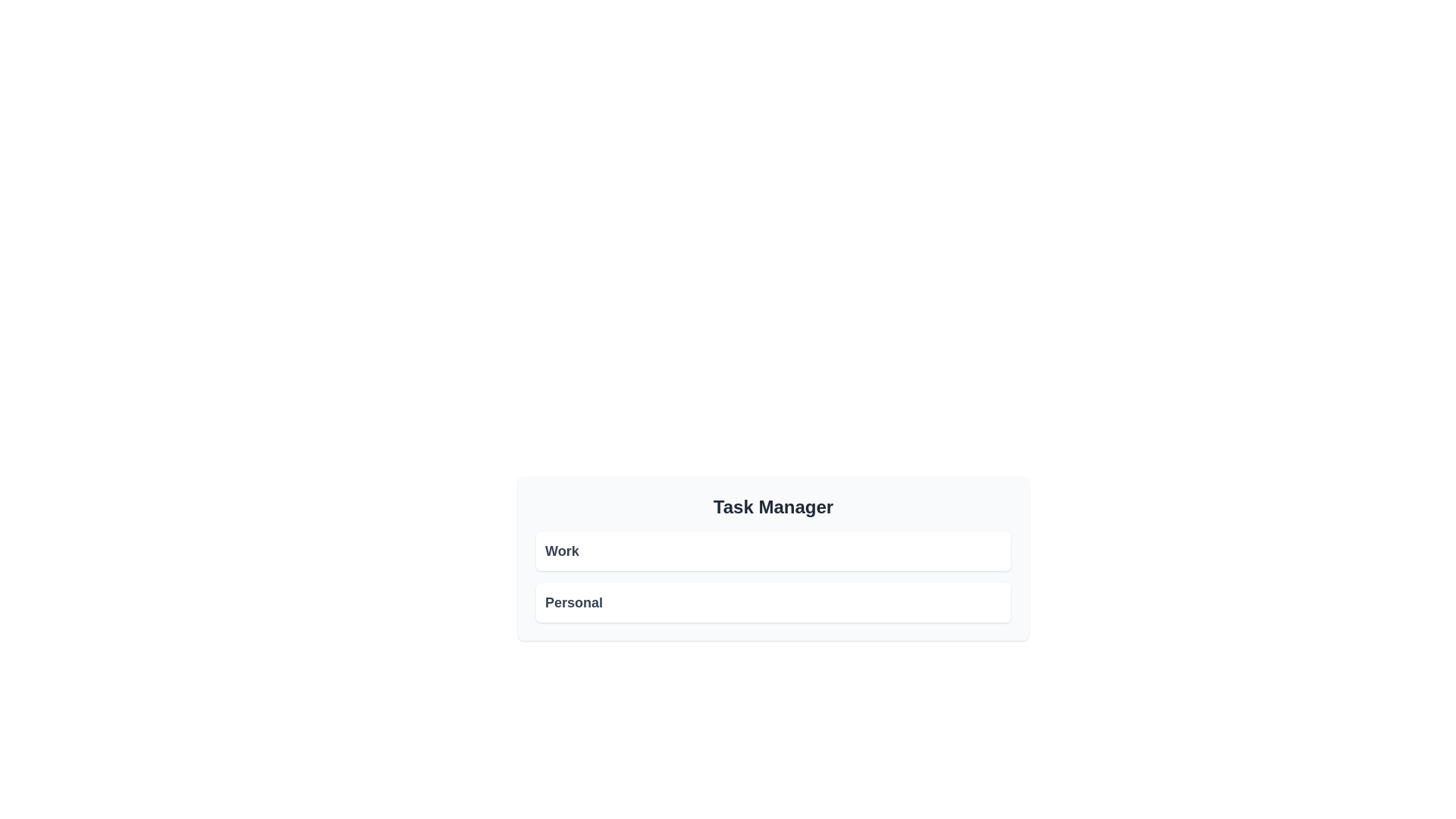  I want to click on the text label that reads 'Personal', which is styled in bold and dark gray, located below the 'Work' list item in the 'Task Manager', so click(573, 601).